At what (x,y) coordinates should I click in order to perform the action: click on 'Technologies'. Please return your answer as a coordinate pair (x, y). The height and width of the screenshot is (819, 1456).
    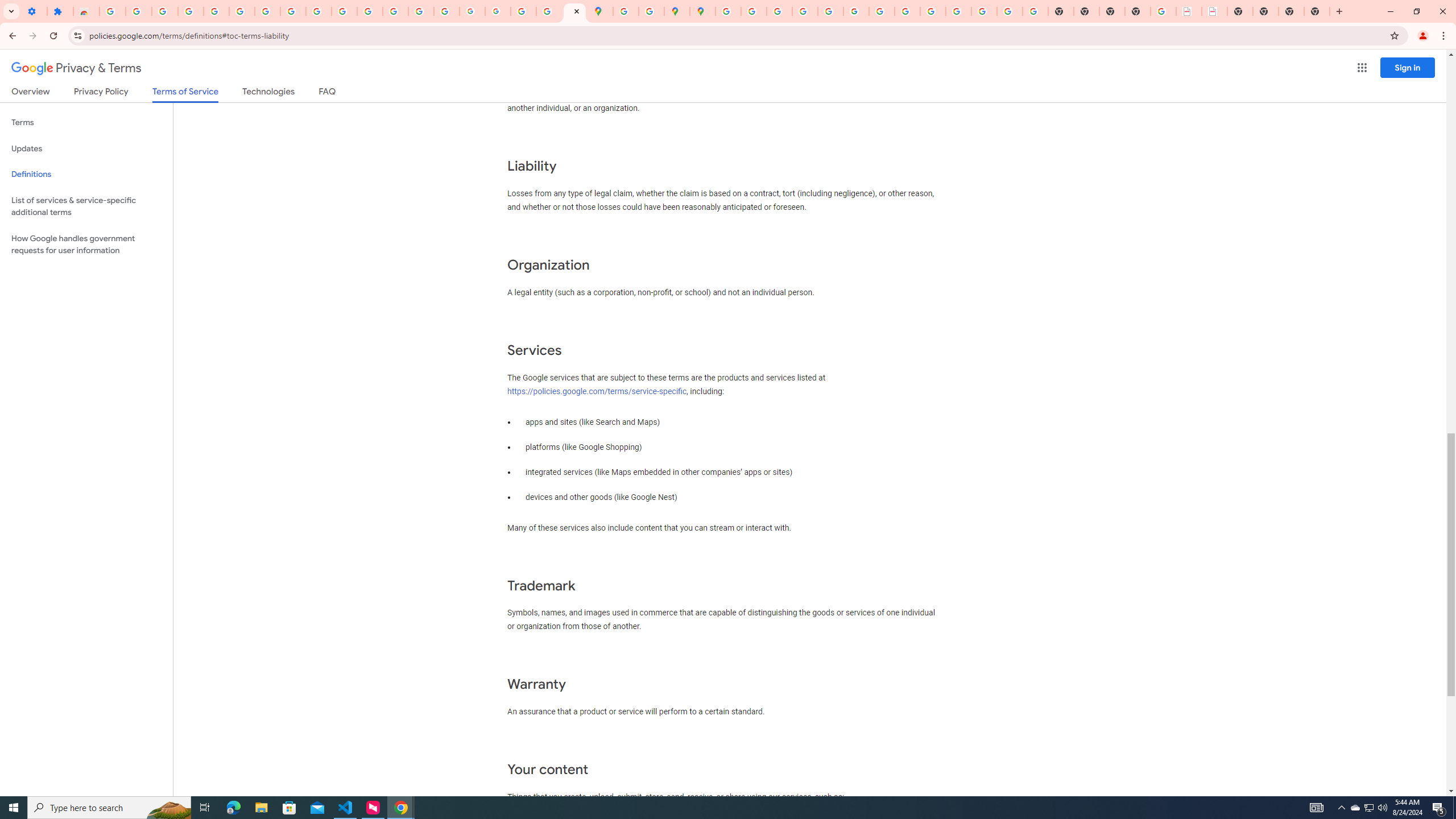
    Looking at the image, I should click on (268, 93).